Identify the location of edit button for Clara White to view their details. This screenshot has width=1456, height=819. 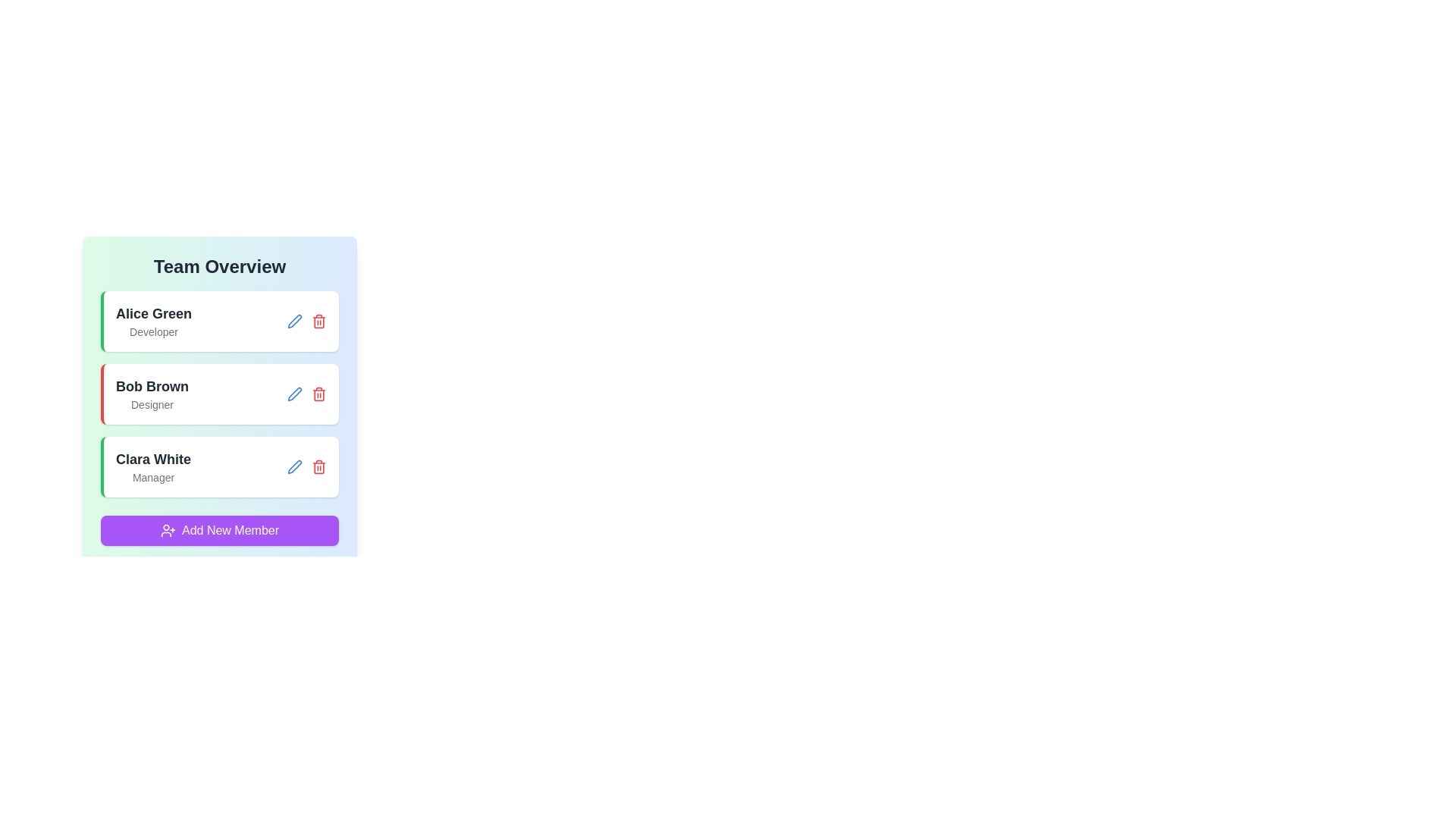
(294, 466).